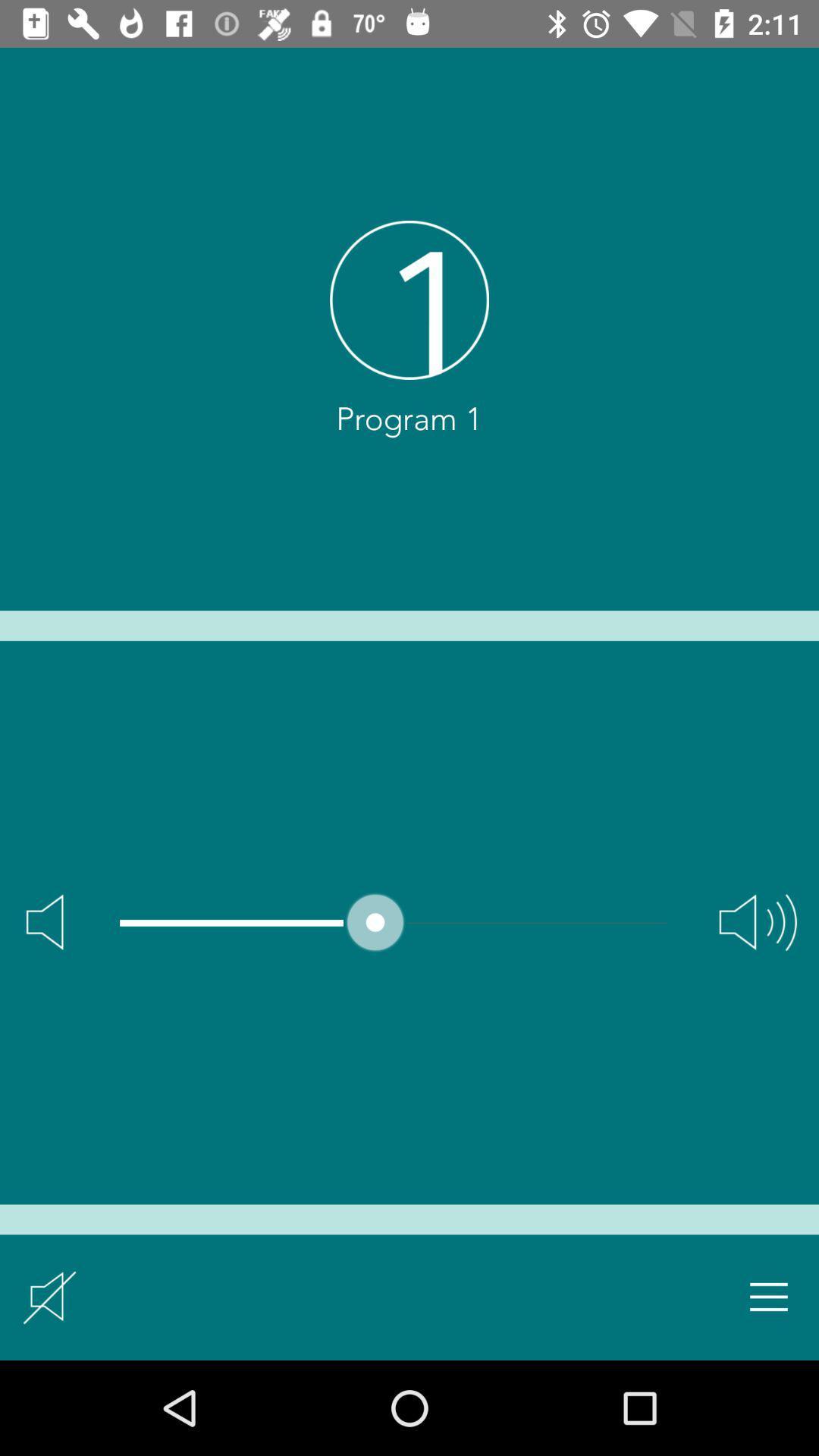 The width and height of the screenshot is (819, 1456). What do you see at coordinates (769, 1296) in the screenshot?
I see `menu` at bounding box center [769, 1296].